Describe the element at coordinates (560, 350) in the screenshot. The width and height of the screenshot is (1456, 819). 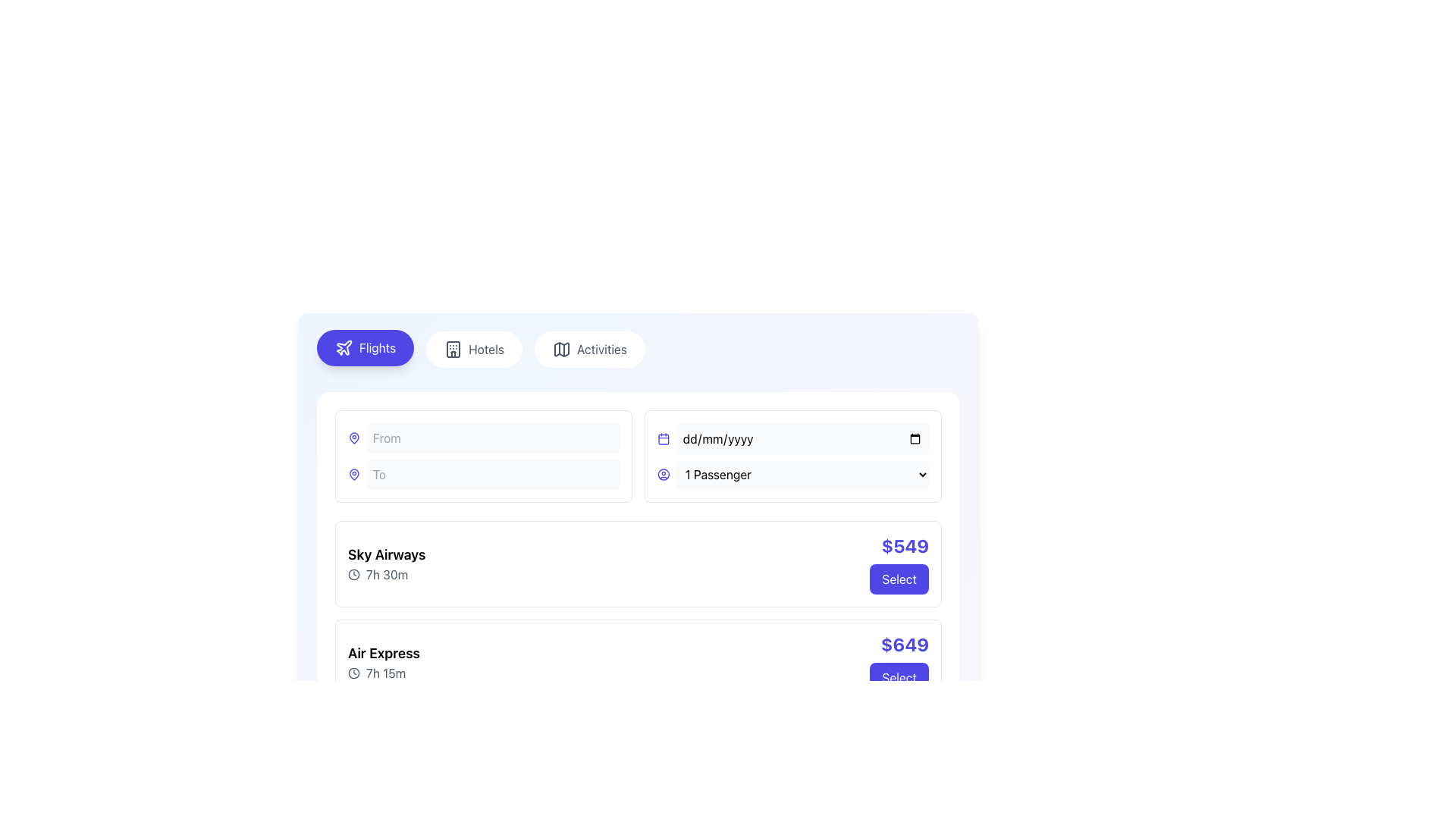
I see `the 'Activities' icon located in the top navigation bar, which symbolizes activities or attractions, for navigation clues` at that location.